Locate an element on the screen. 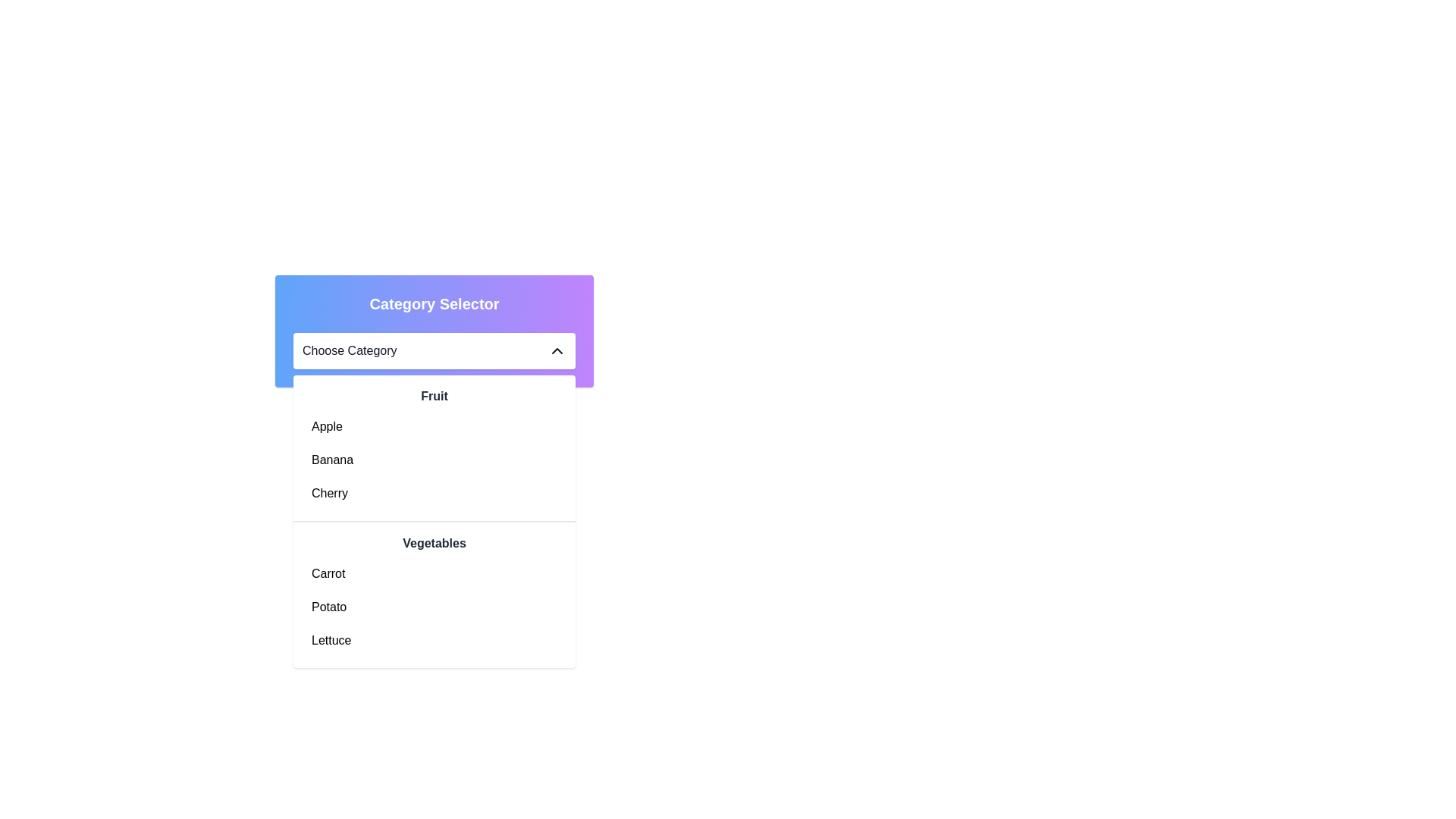  the text label displaying 'Apple' in black font within the dropdown menu under the 'Fruit' category is located at coordinates (326, 427).